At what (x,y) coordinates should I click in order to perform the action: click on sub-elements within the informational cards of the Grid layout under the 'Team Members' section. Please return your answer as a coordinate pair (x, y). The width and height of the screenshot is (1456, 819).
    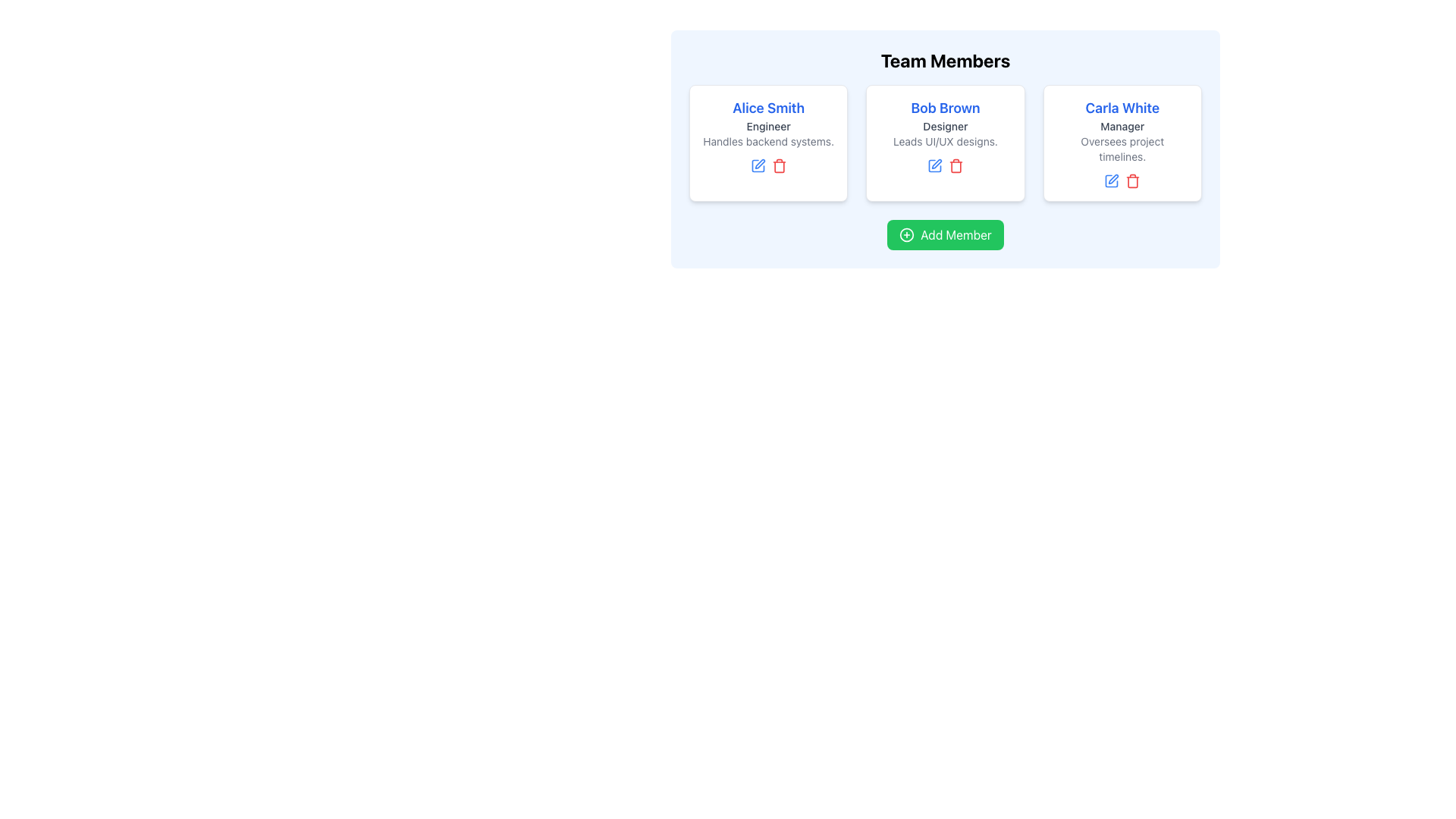
    Looking at the image, I should click on (945, 143).